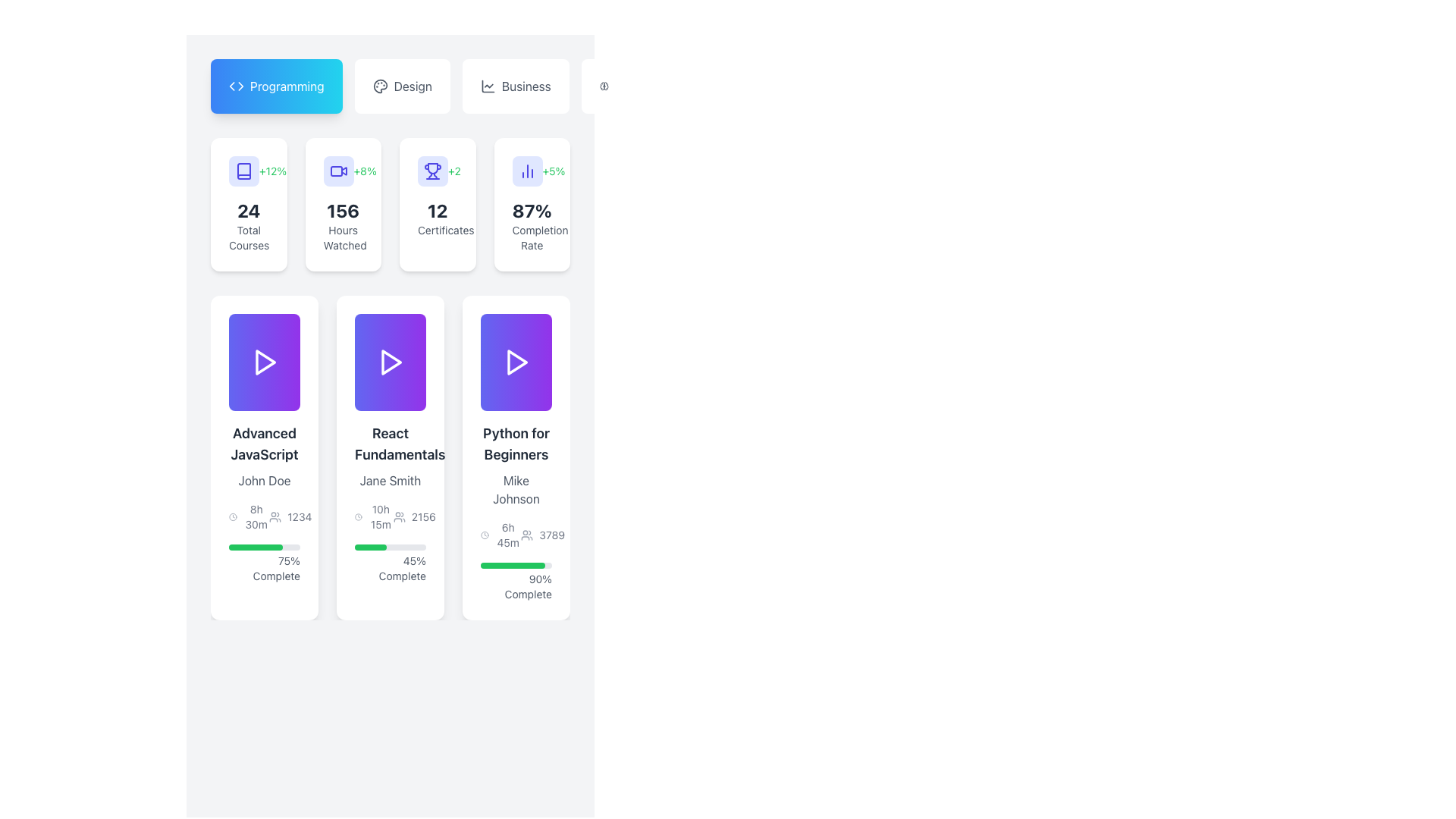 Image resolution: width=1456 pixels, height=819 pixels. I want to click on the 'Certificates' text label which indicates the category for the displayed count of '12' in the card structure, so click(437, 231).